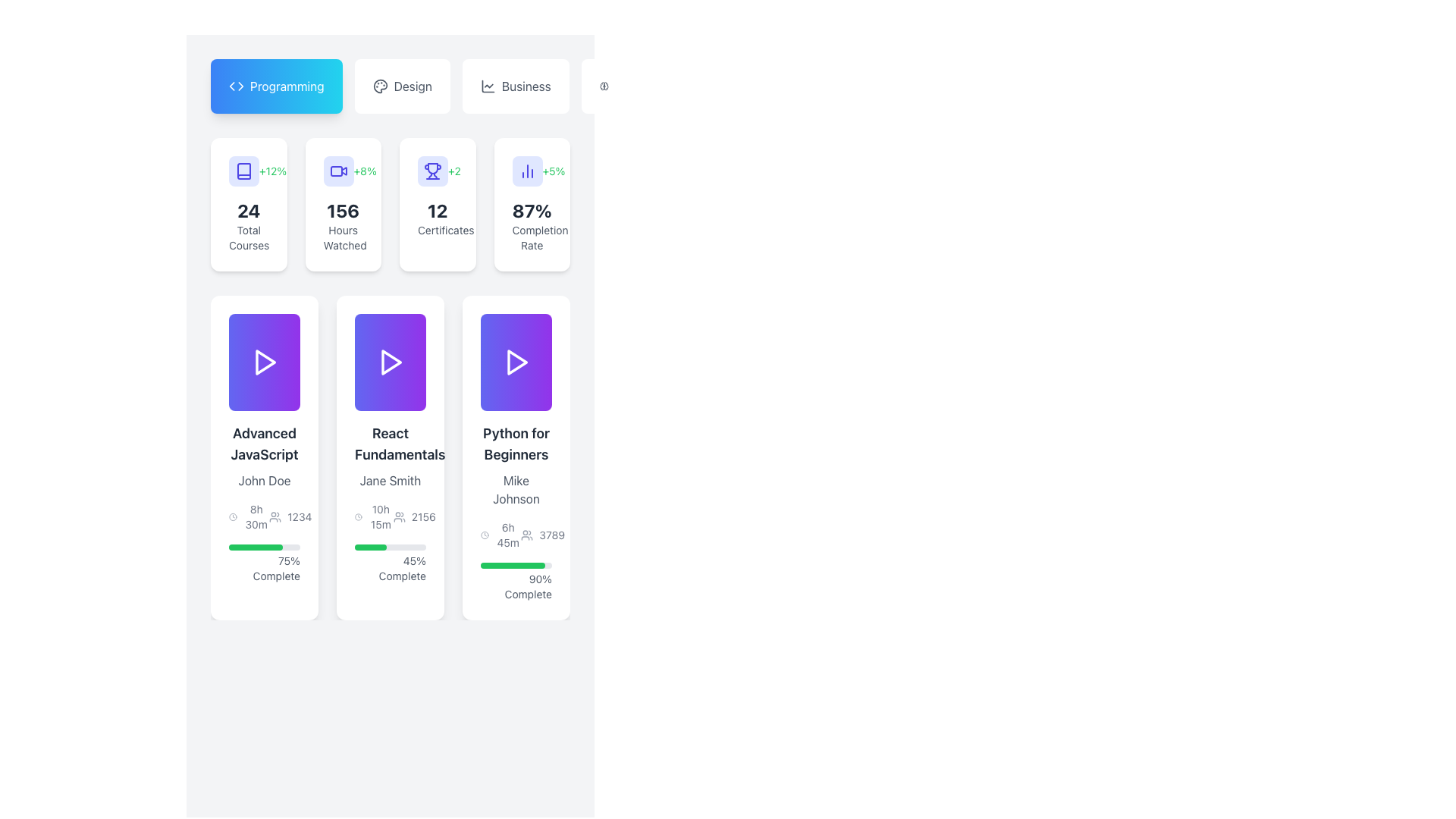 The width and height of the screenshot is (1456, 819). Describe the element at coordinates (390, 480) in the screenshot. I see `the Text label displaying the name 'Jane Smith', which is located under the title 'React Fundamentals' and centered within the second card in the row` at that location.